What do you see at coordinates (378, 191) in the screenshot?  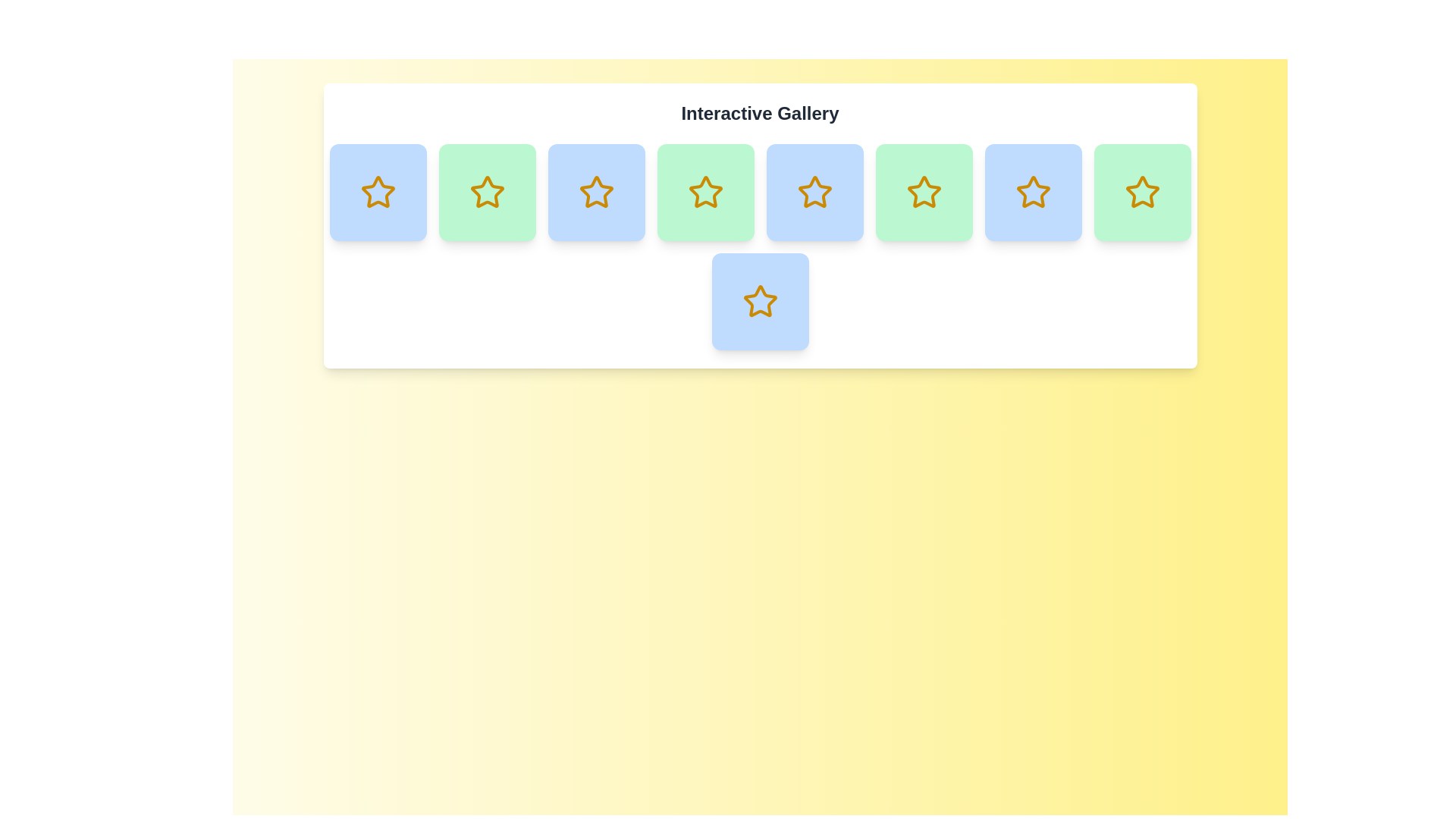 I see `the yellow-outlined star icon located within the blue rectangular card, which is the second card from the left in the top row of a horizontally aligned grid of cards` at bounding box center [378, 191].